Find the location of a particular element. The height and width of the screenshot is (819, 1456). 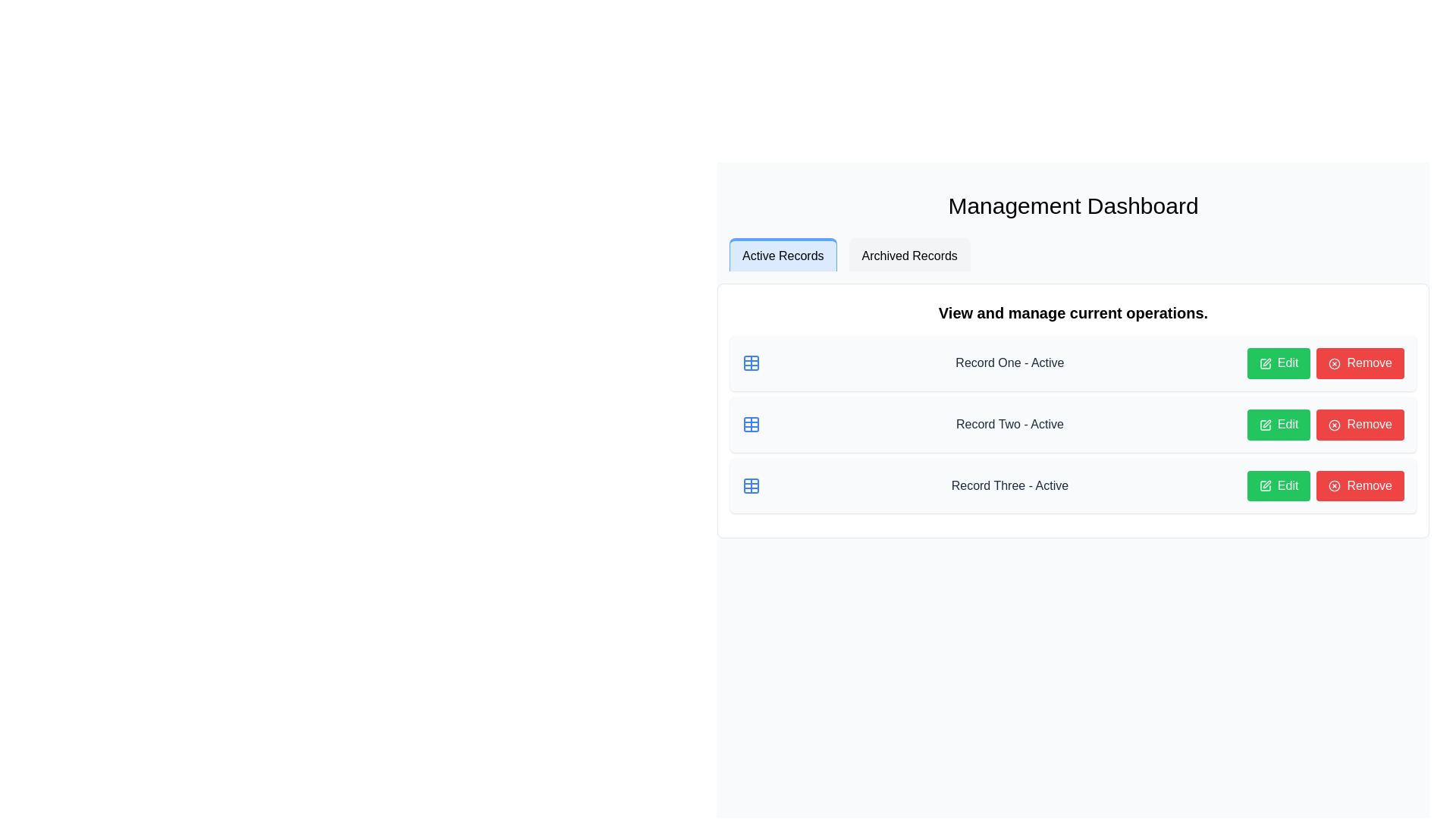

the 'Remove' button for the 'Record Two - Active' entry to observe interactive visual changes is located at coordinates (1360, 425).